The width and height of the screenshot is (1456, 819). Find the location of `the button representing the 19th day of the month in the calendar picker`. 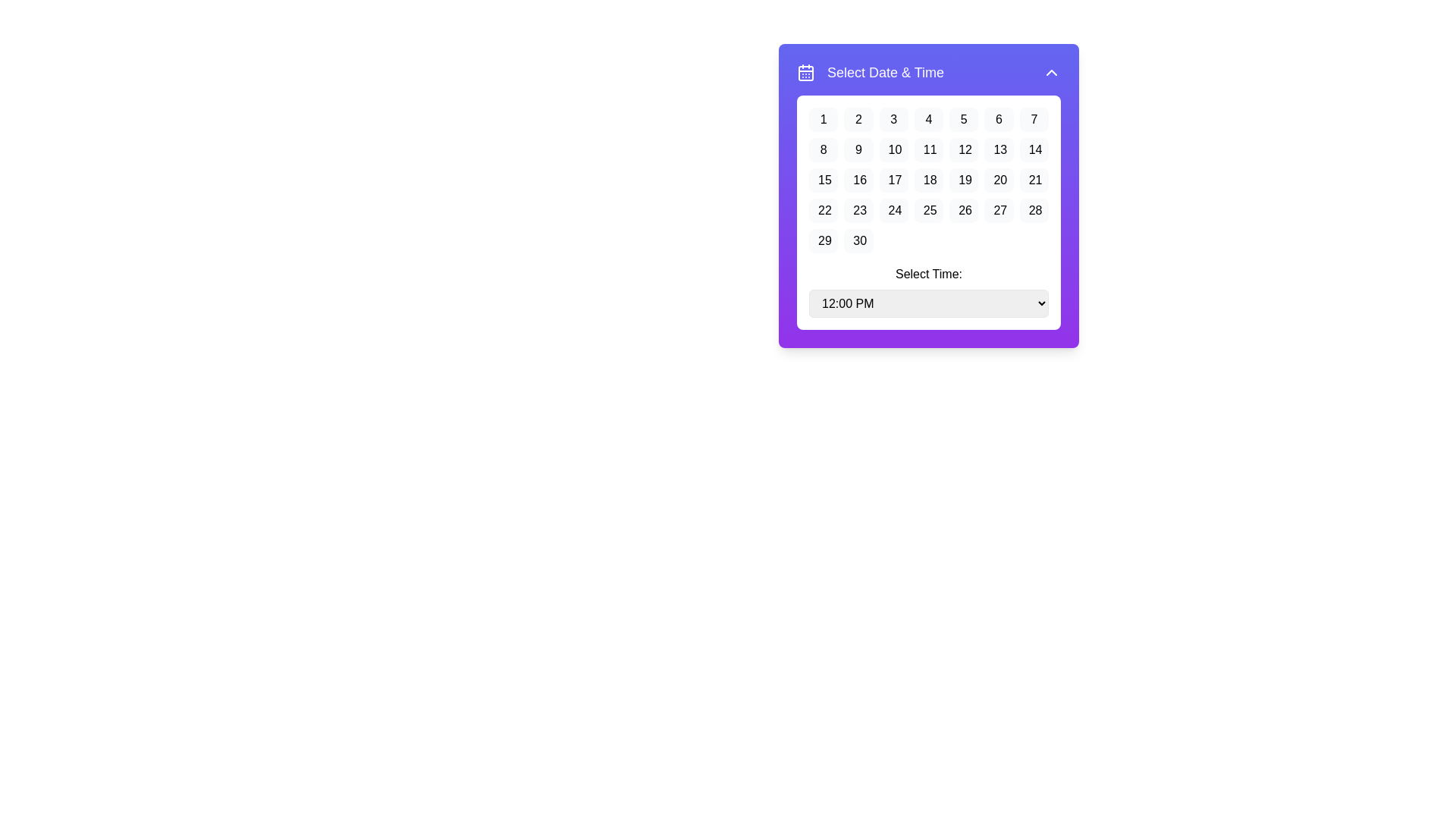

the button representing the 19th day of the month in the calendar picker is located at coordinates (963, 180).